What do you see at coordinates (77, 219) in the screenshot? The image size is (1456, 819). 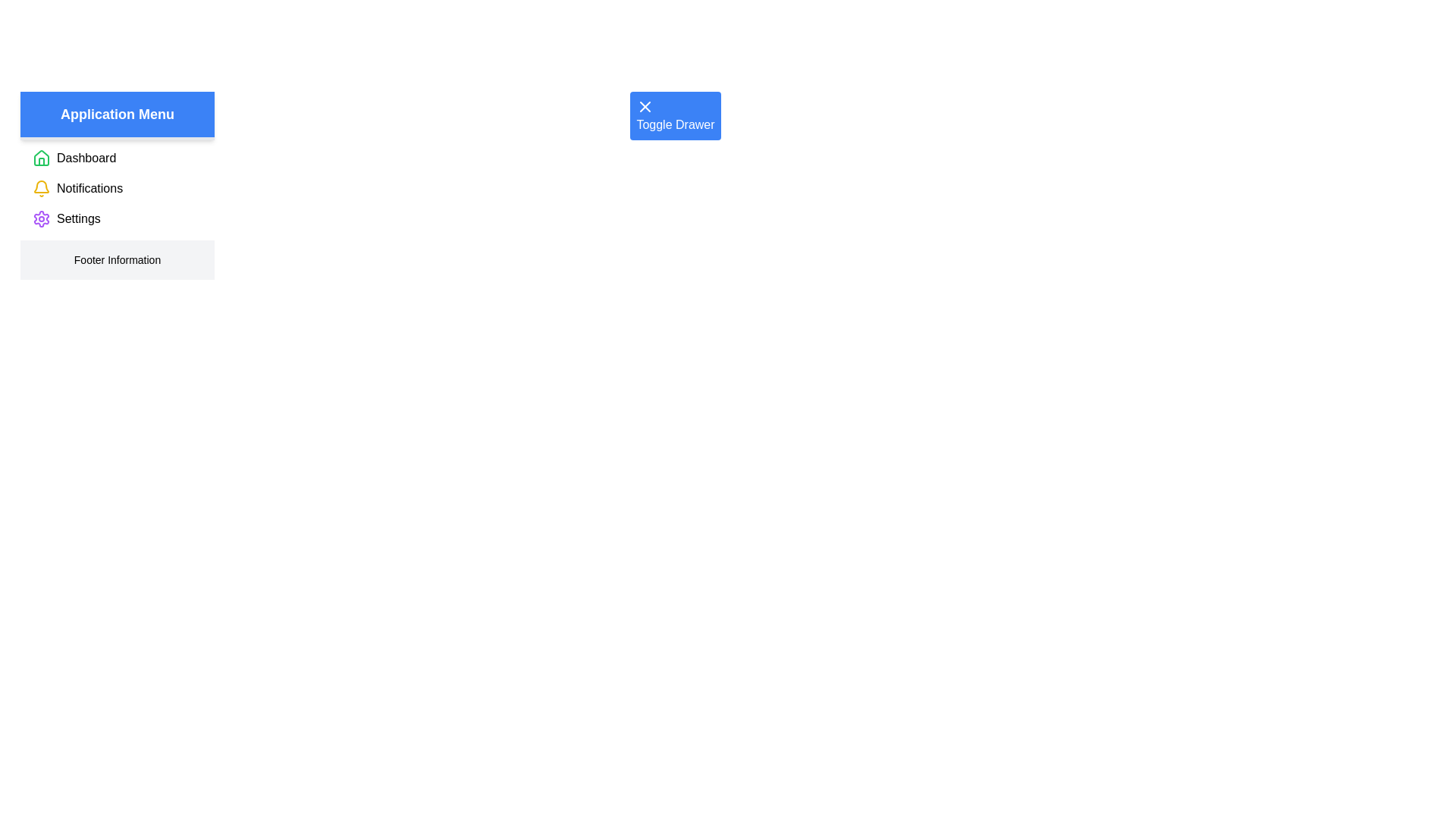 I see `the menu item Settings and click it` at bounding box center [77, 219].